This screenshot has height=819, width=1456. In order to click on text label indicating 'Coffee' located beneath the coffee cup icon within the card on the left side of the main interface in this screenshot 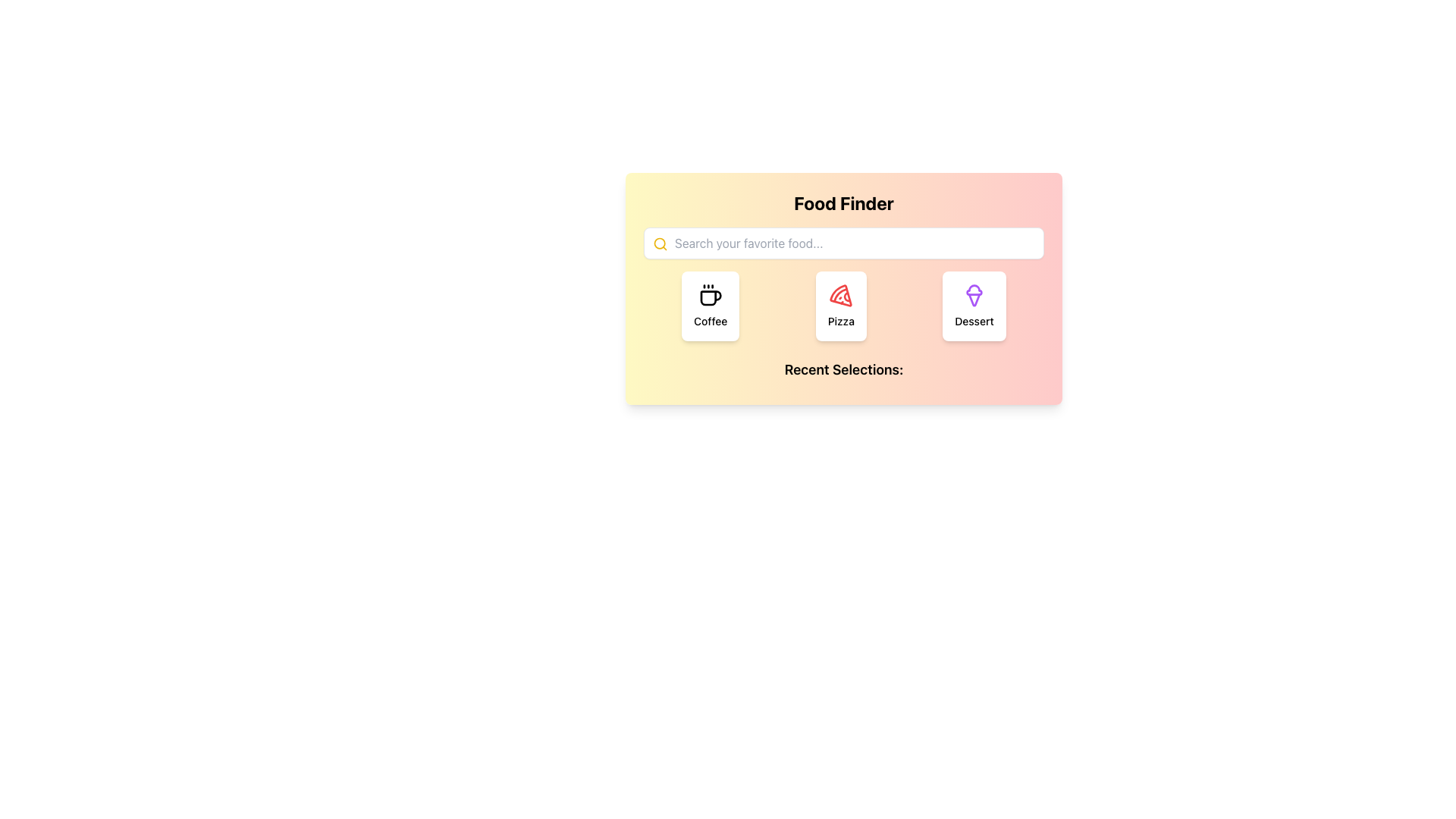, I will do `click(710, 321)`.